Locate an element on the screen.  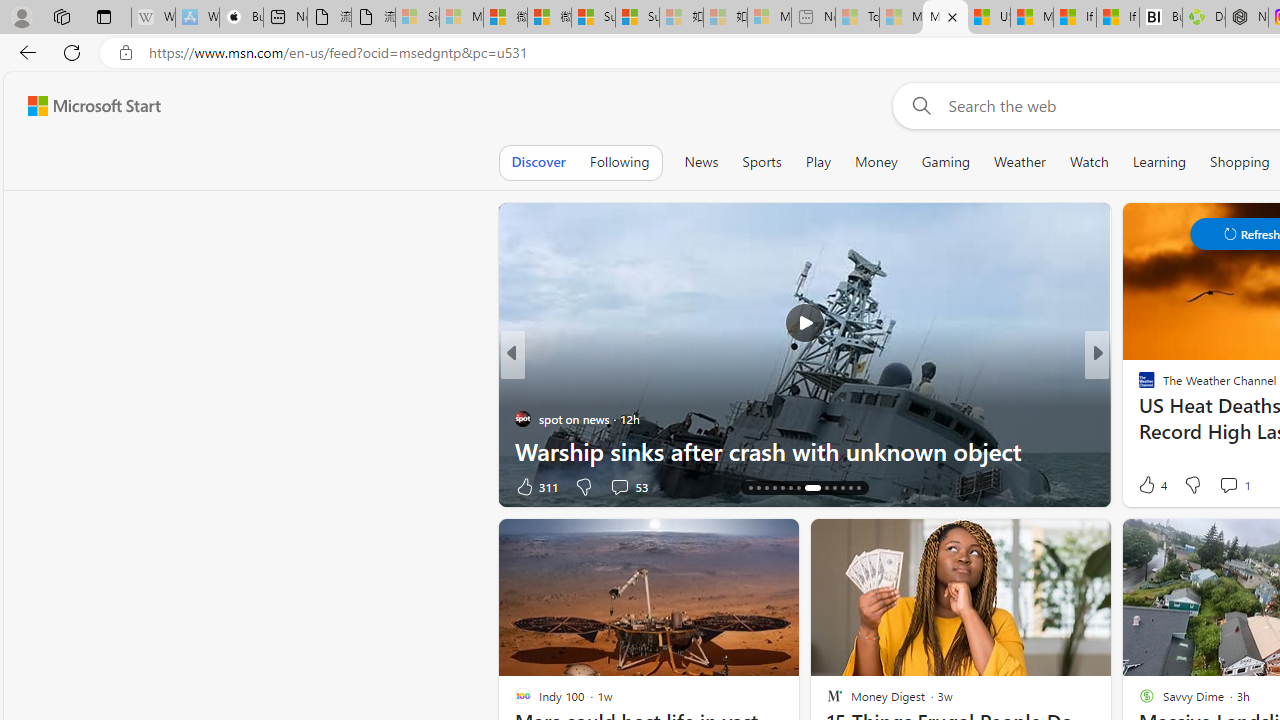
'Top Stories - MSN - Sleeping' is located at coordinates (857, 17).